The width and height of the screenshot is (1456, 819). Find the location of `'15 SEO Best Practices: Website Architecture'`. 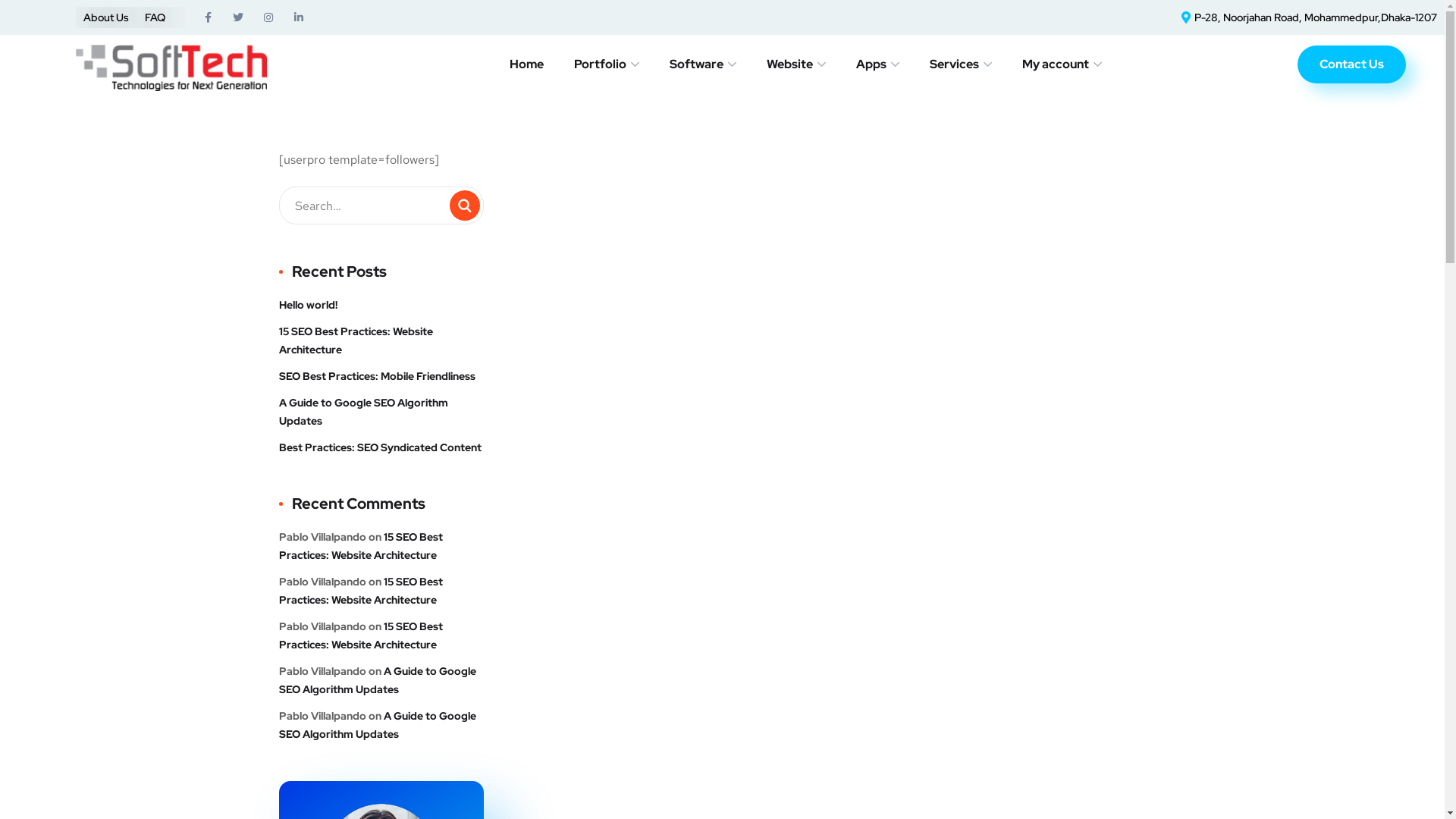

'15 SEO Best Practices: Website Architecture' is located at coordinates (381, 339).